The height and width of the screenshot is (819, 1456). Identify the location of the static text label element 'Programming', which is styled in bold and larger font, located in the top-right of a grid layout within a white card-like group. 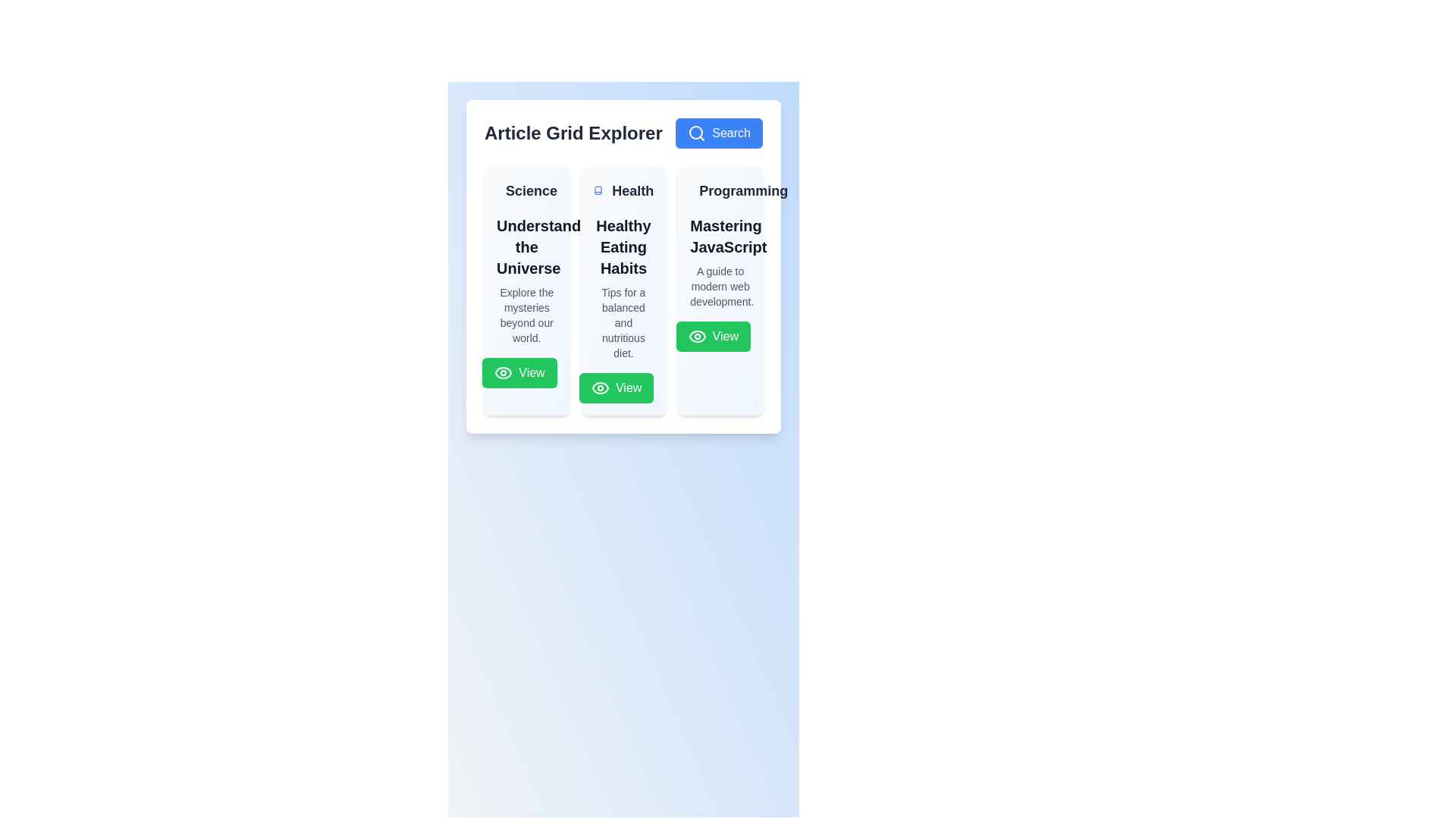
(743, 190).